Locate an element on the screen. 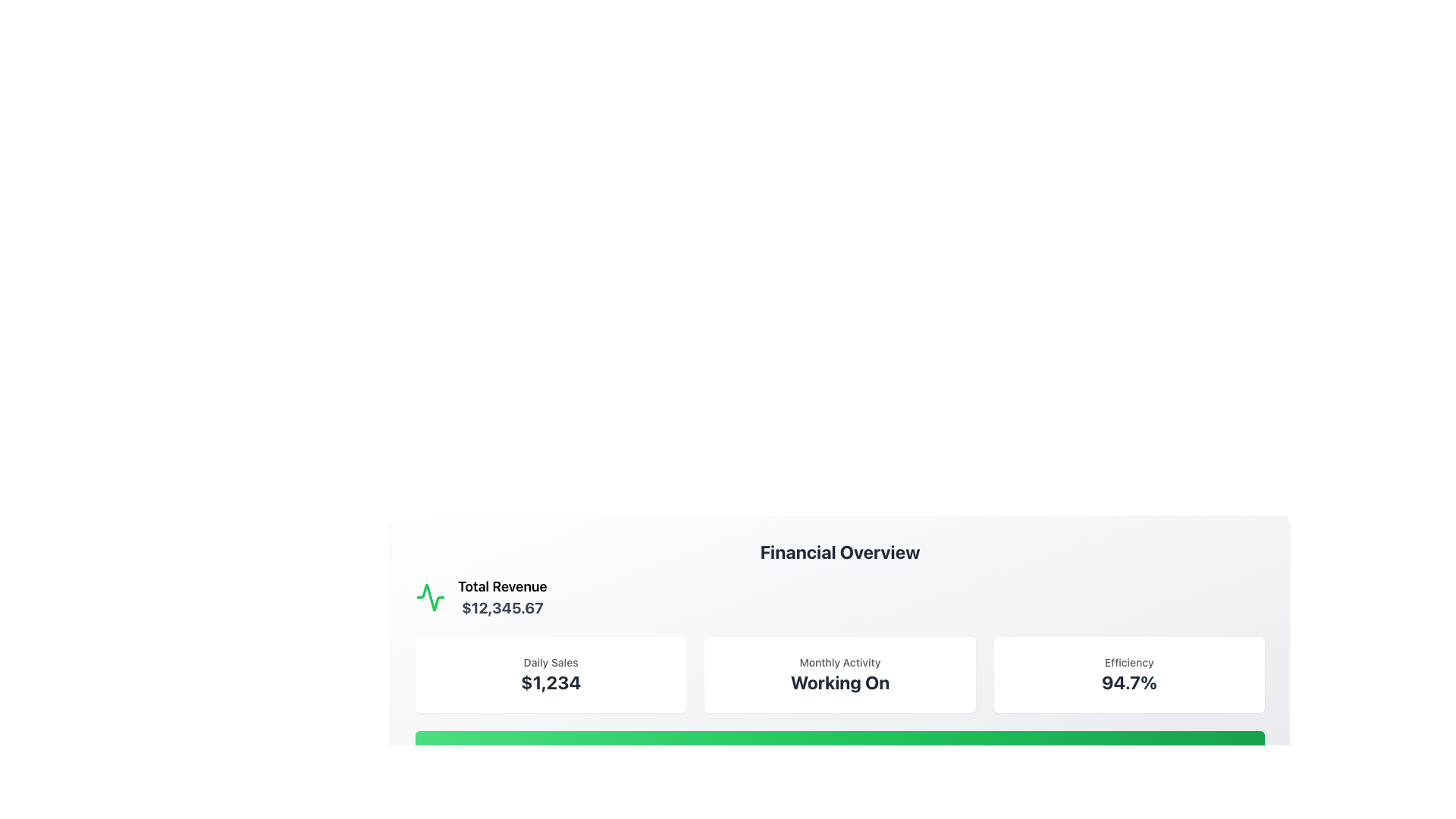 This screenshot has width=1456, height=819. the activity or performance statistics icon located in the upper-left corner of the Financial Overview card, directly above the 'Total Revenue' text is located at coordinates (429, 596).